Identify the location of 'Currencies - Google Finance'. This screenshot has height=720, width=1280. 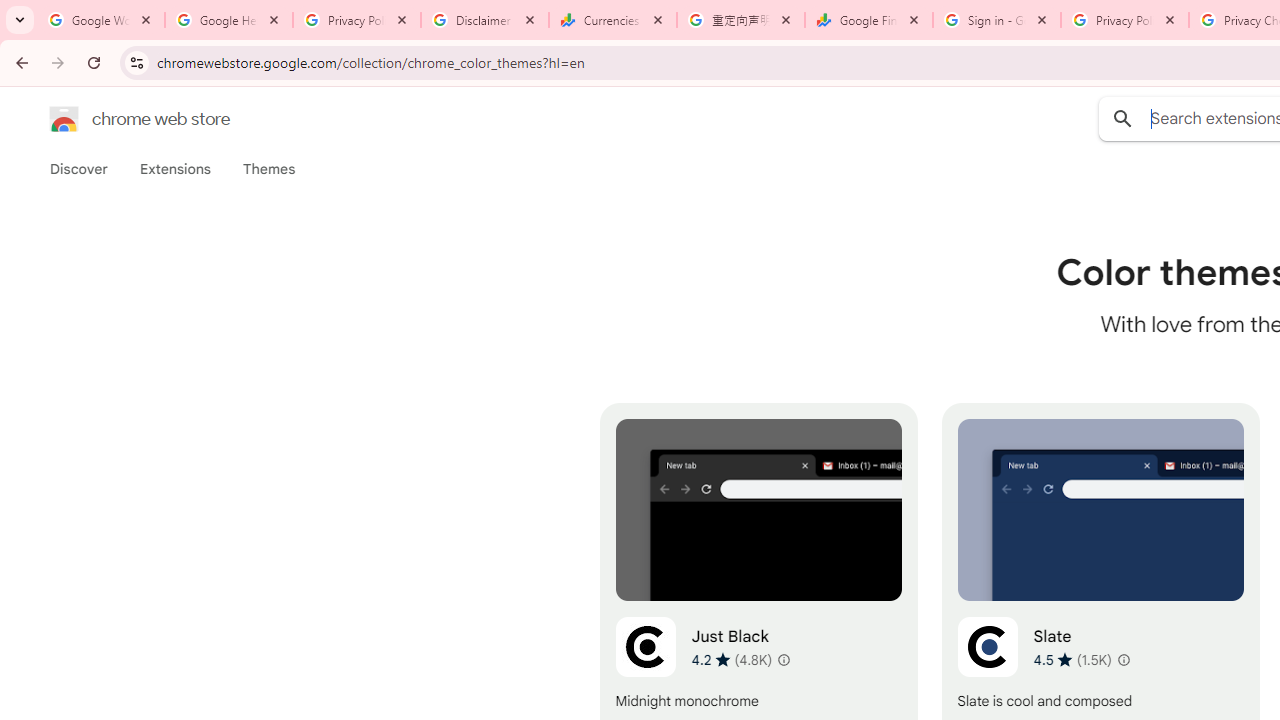
(612, 20).